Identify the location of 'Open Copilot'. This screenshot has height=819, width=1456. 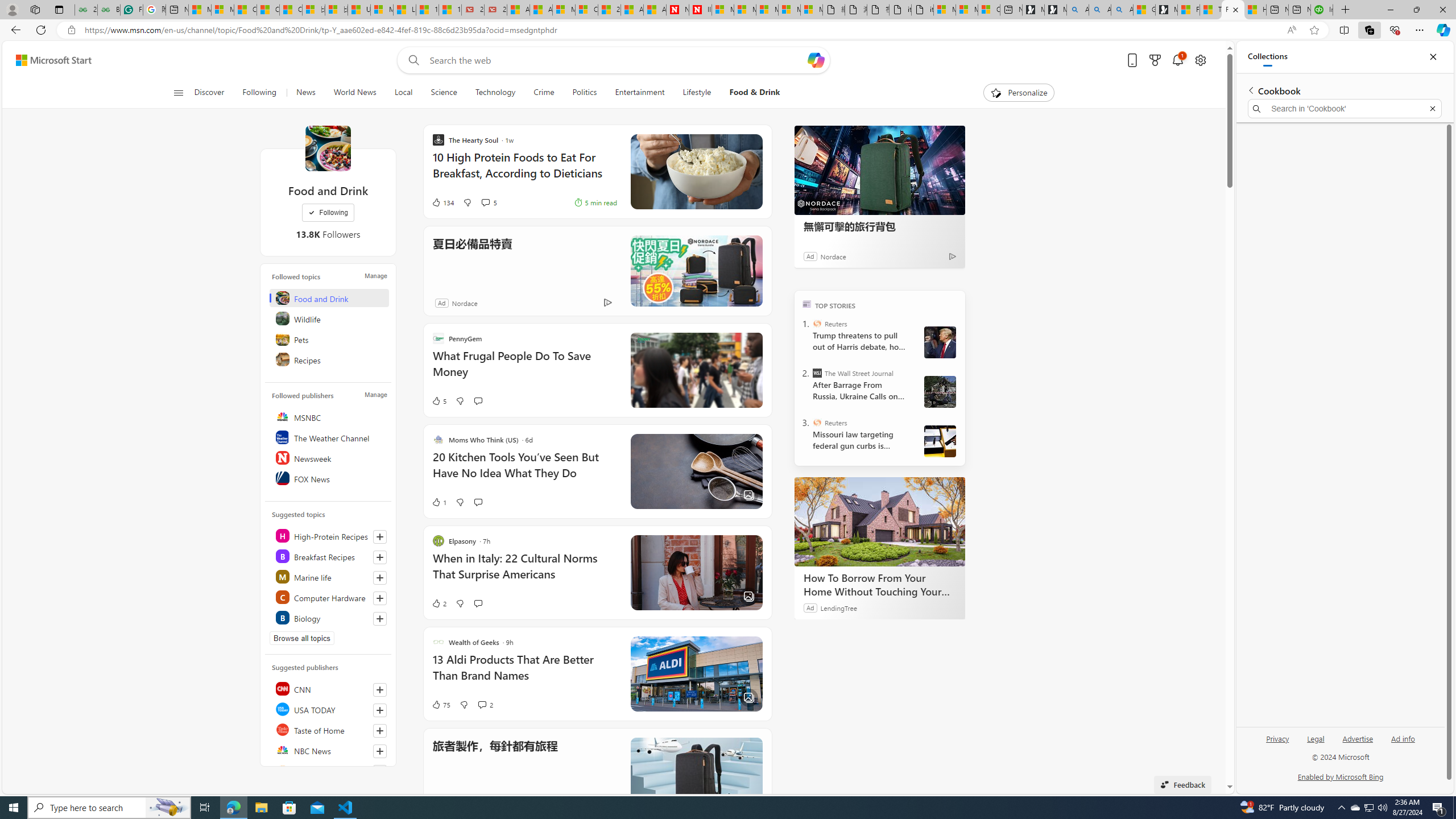
(816, 59).